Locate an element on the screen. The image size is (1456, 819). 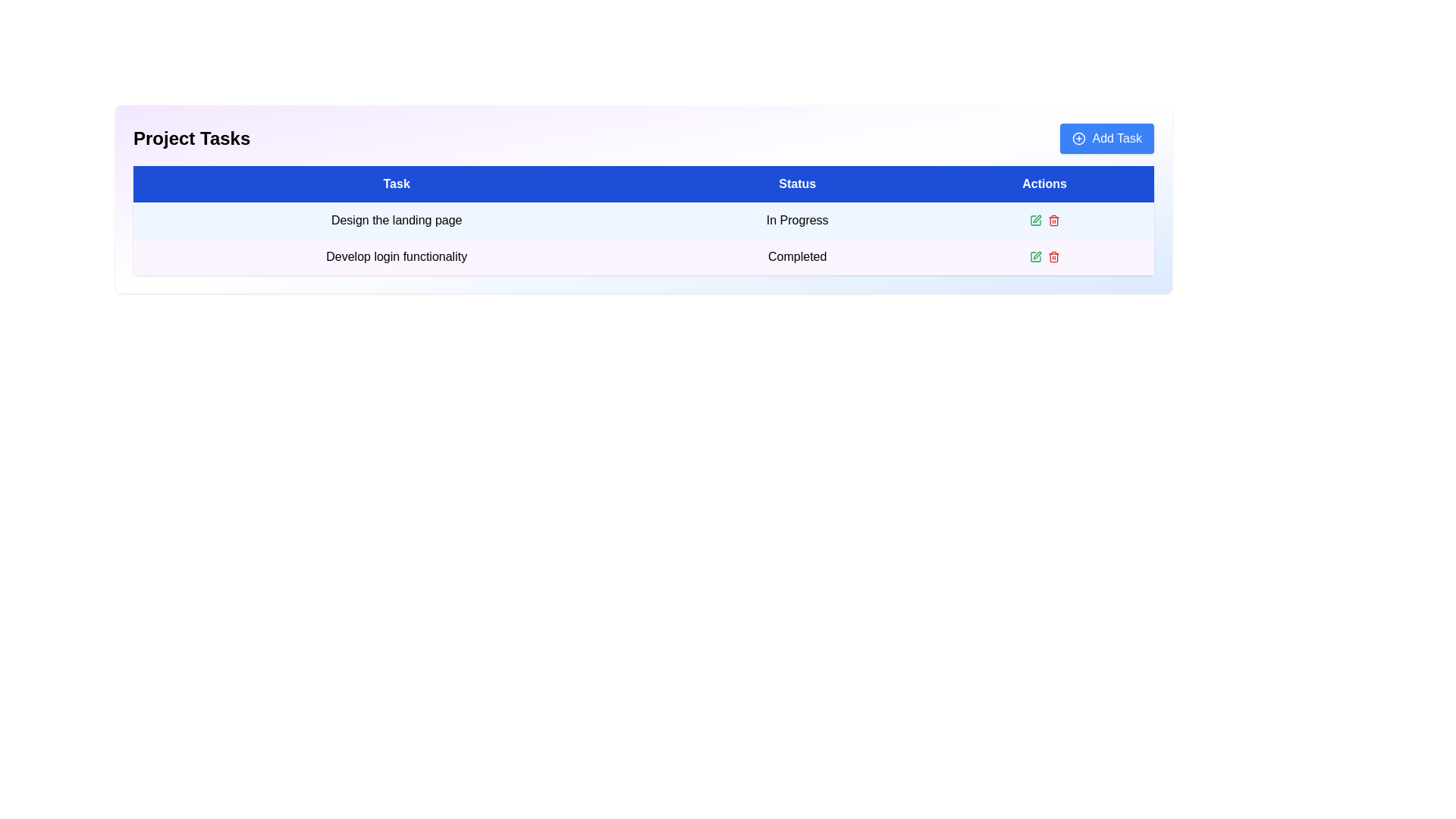
the green pencil icon in the action button group associated with the task 'Design the landing page' is located at coordinates (1043, 220).